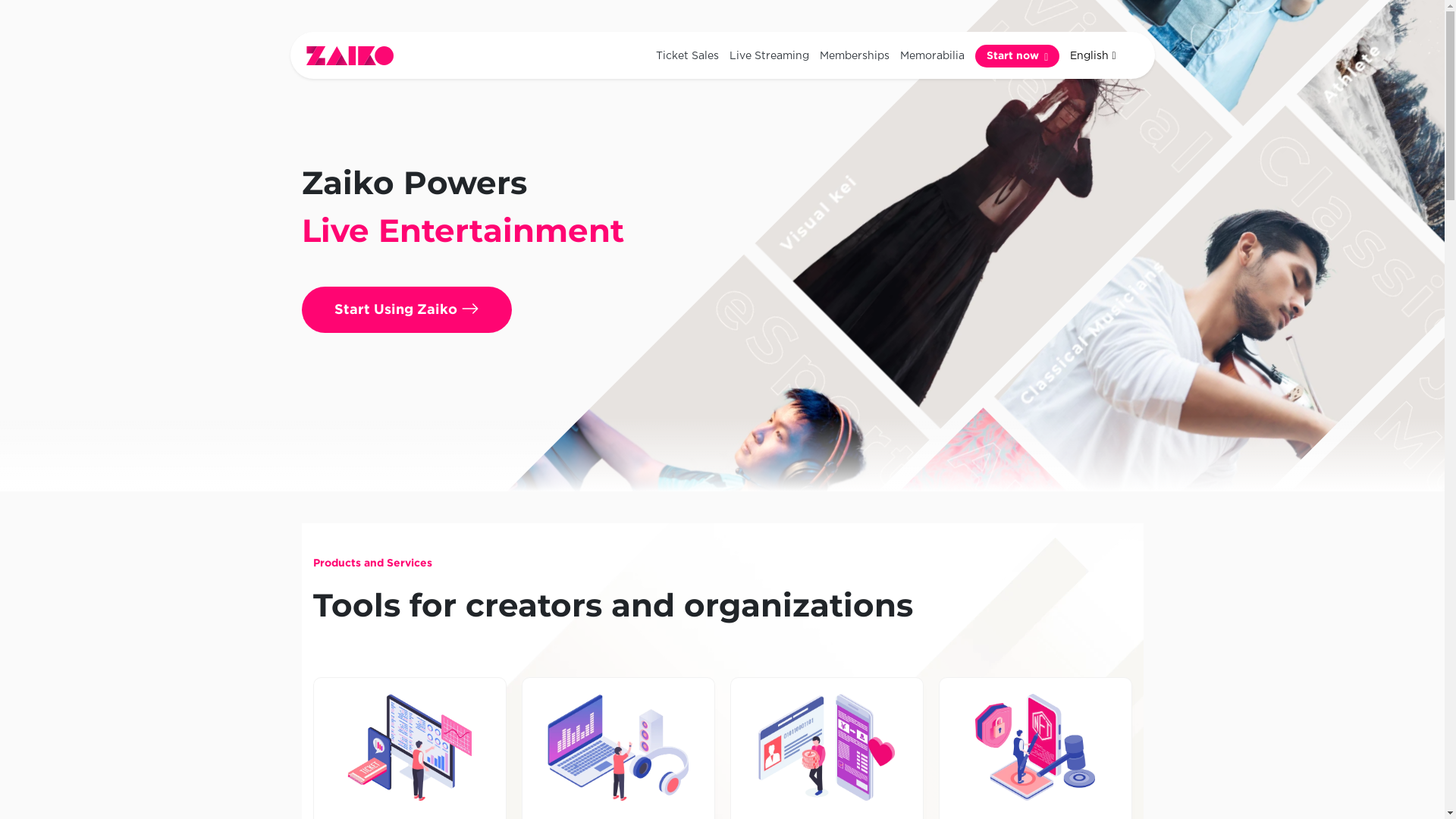  I want to click on 'Live Streaming', so click(769, 55).